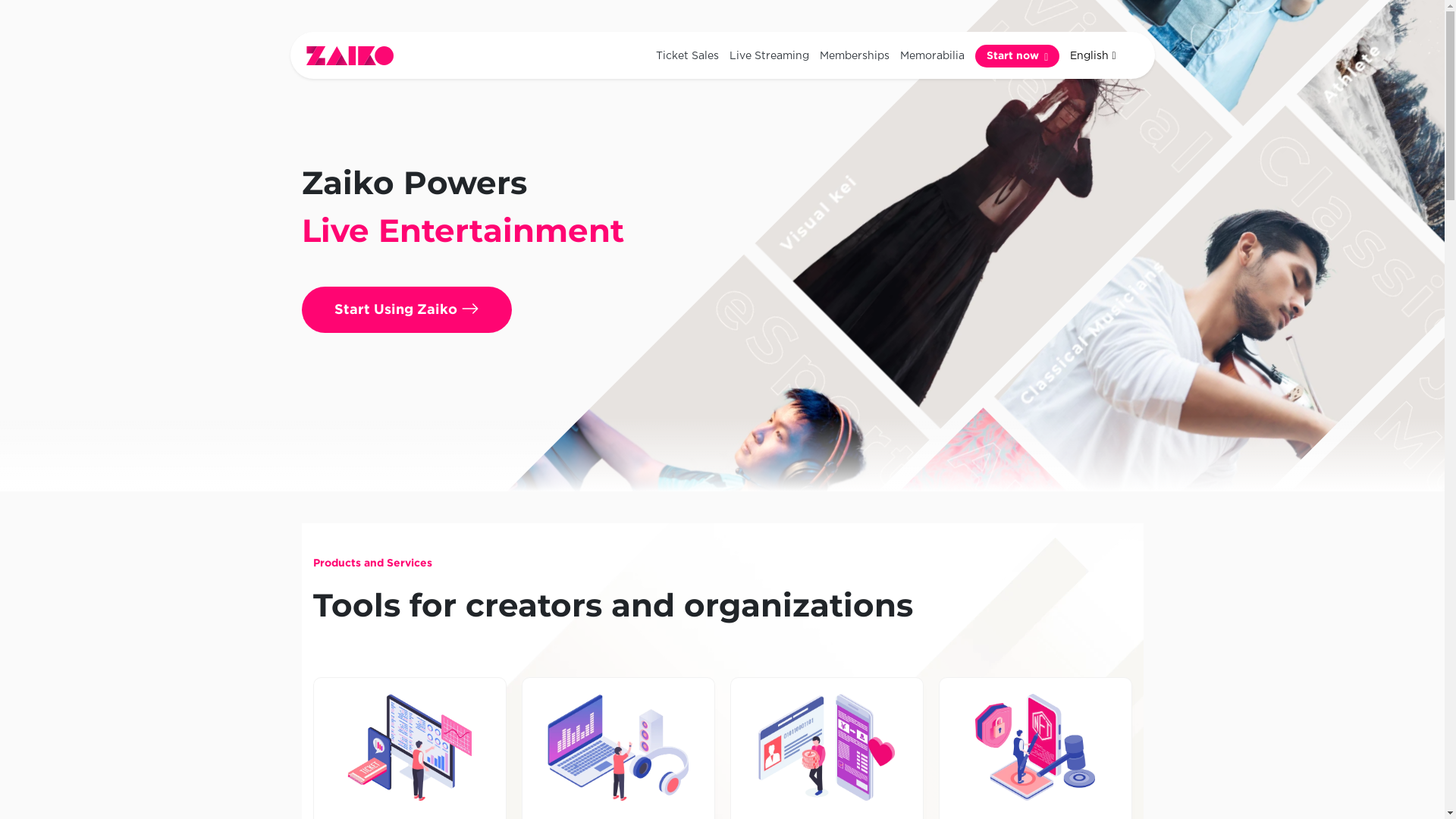  I want to click on 'Live Streaming', so click(769, 55).